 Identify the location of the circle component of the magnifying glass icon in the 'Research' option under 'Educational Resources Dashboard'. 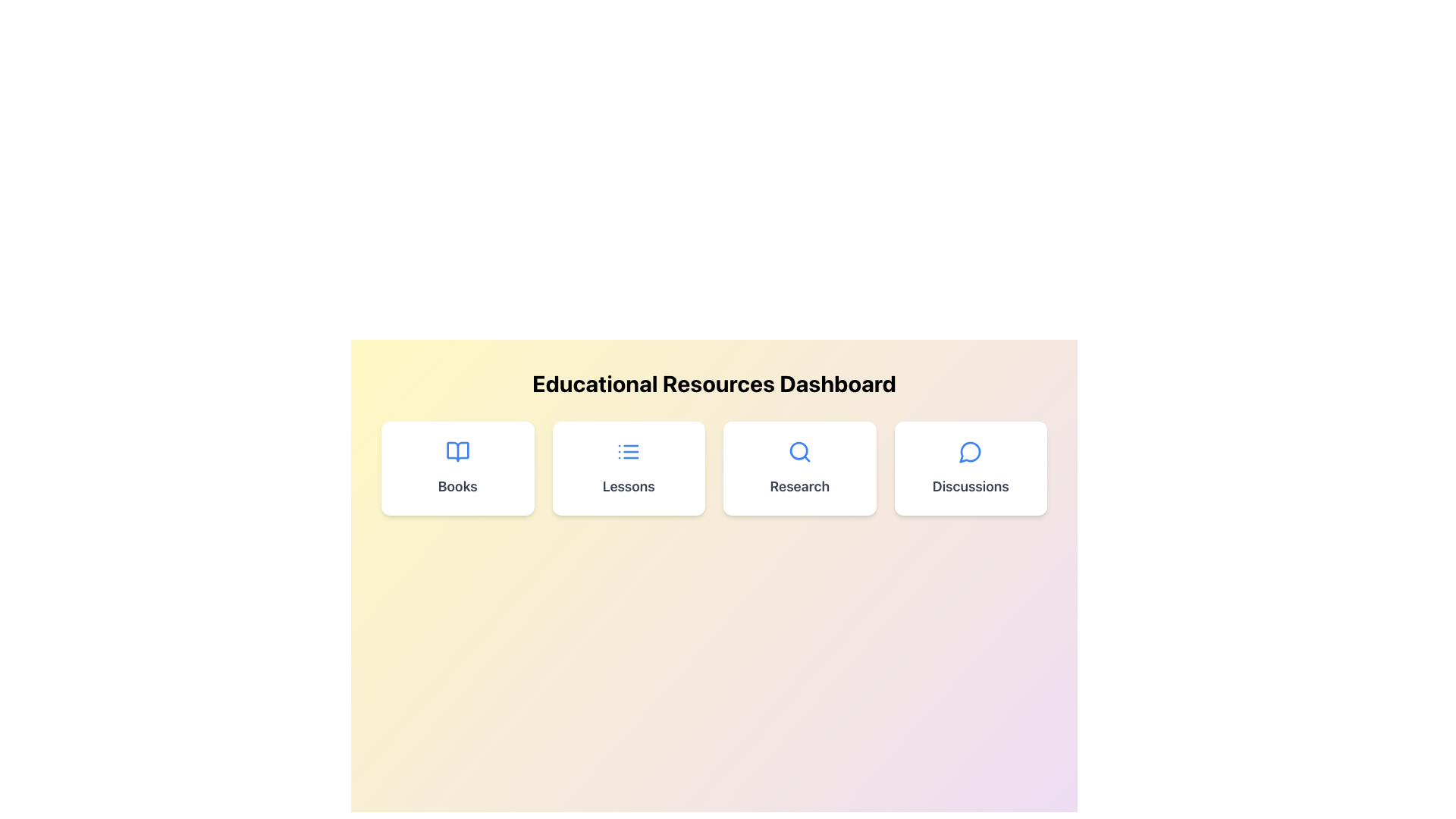
(798, 450).